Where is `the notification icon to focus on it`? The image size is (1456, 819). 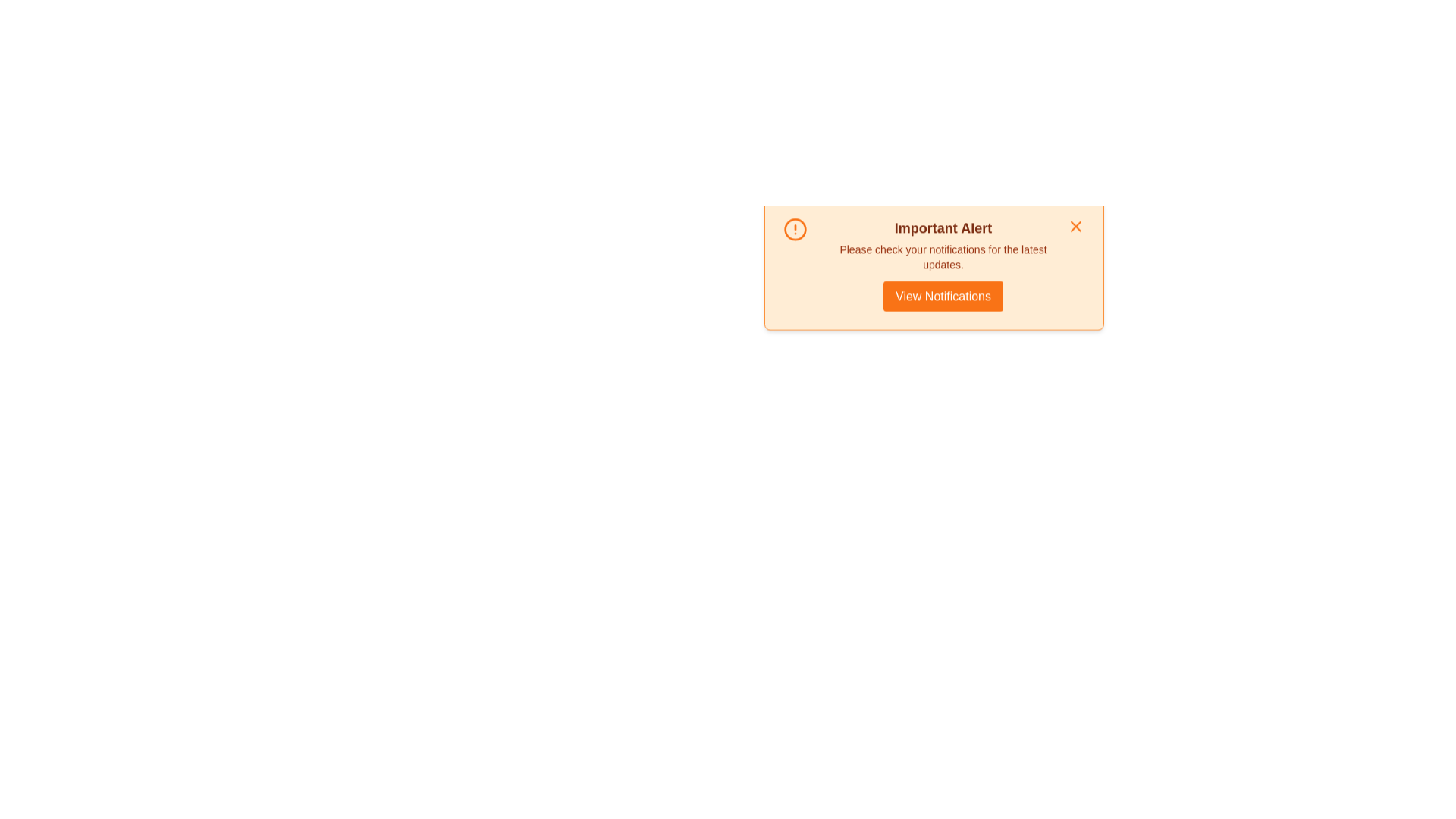 the notification icon to focus on it is located at coordinates (794, 240).